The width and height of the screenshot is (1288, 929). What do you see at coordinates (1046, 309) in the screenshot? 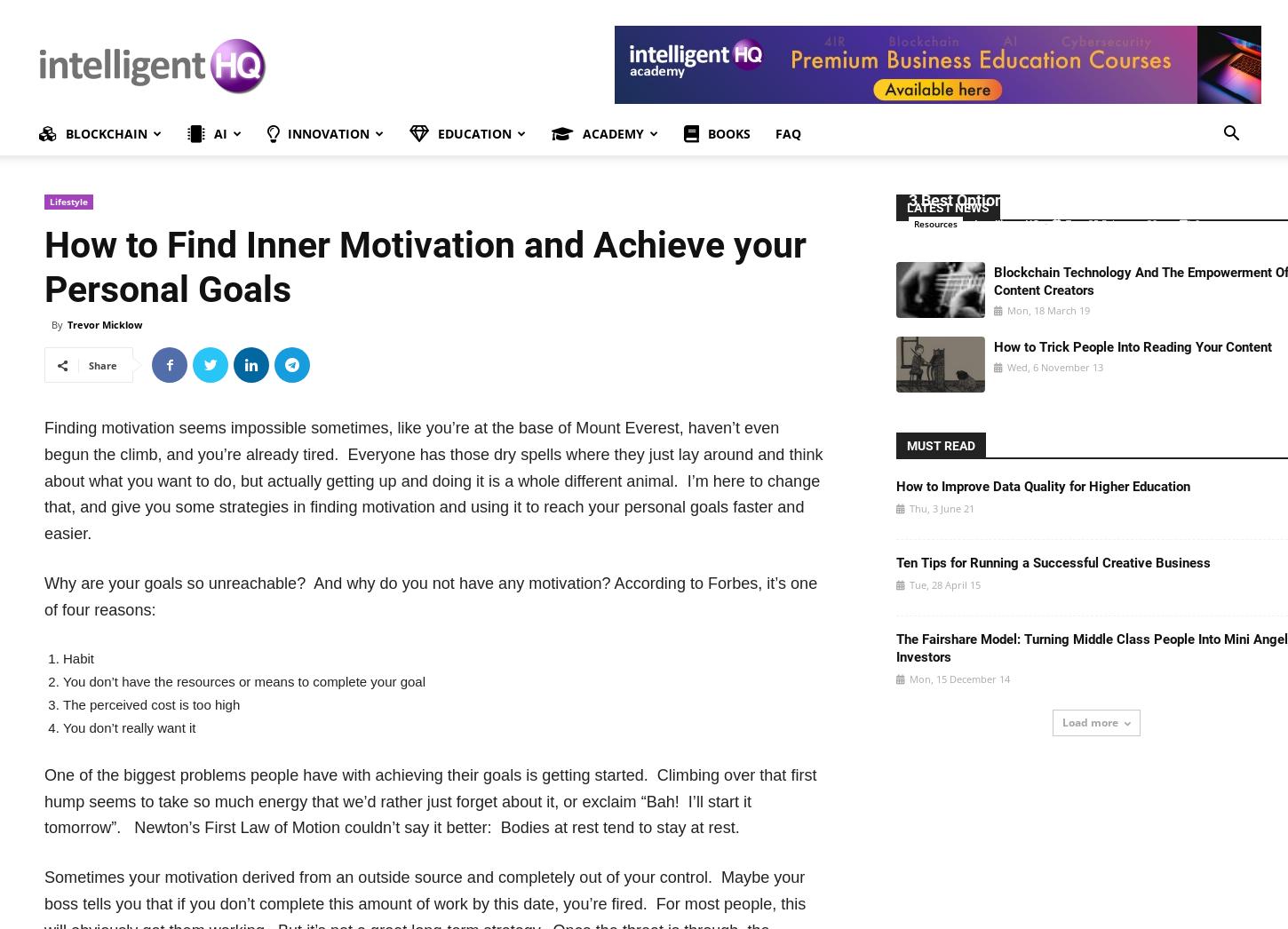
I see `'Mon, 18 March 19'` at bounding box center [1046, 309].